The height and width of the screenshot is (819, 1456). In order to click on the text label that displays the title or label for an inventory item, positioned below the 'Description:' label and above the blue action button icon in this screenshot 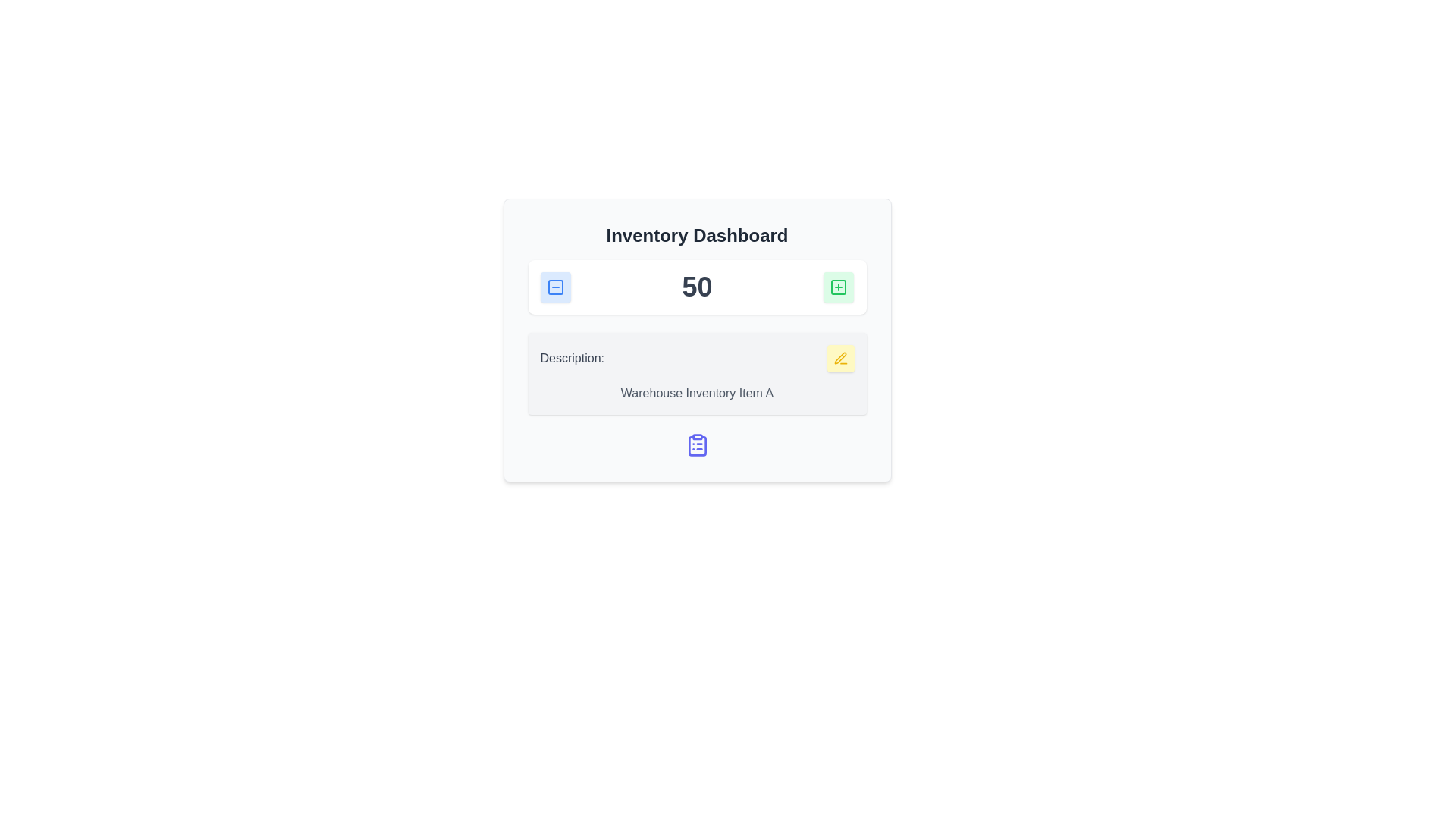, I will do `click(696, 393)`.